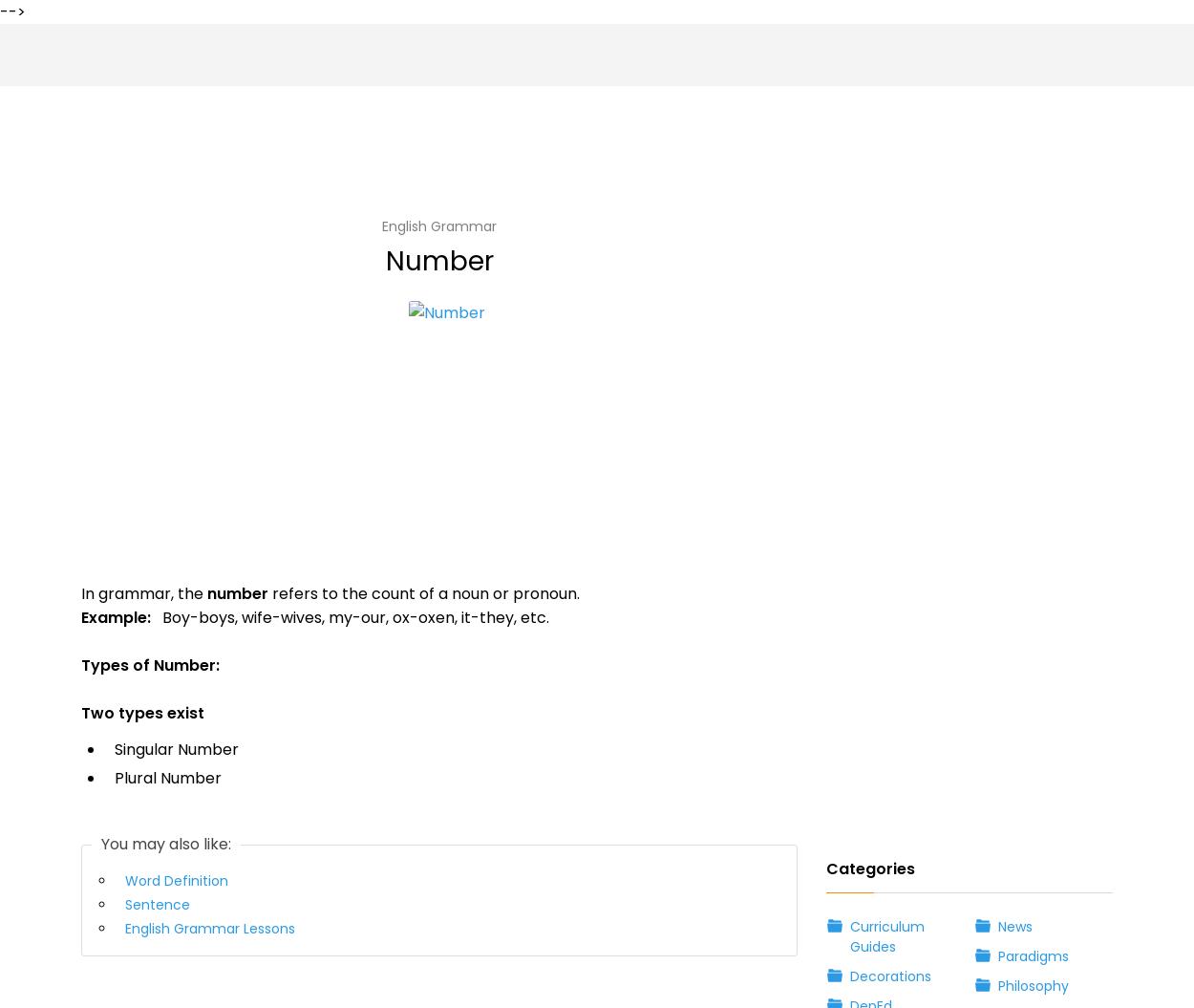 Image resolution: width=1194 pixels, height=1008 pixels. What do you see at coordinates (80, 678) in the screenshot?
I see `'There is no specific rule for changing the number of pronouns. It’s all about memorizing.'` at bounding box center [80, 678].